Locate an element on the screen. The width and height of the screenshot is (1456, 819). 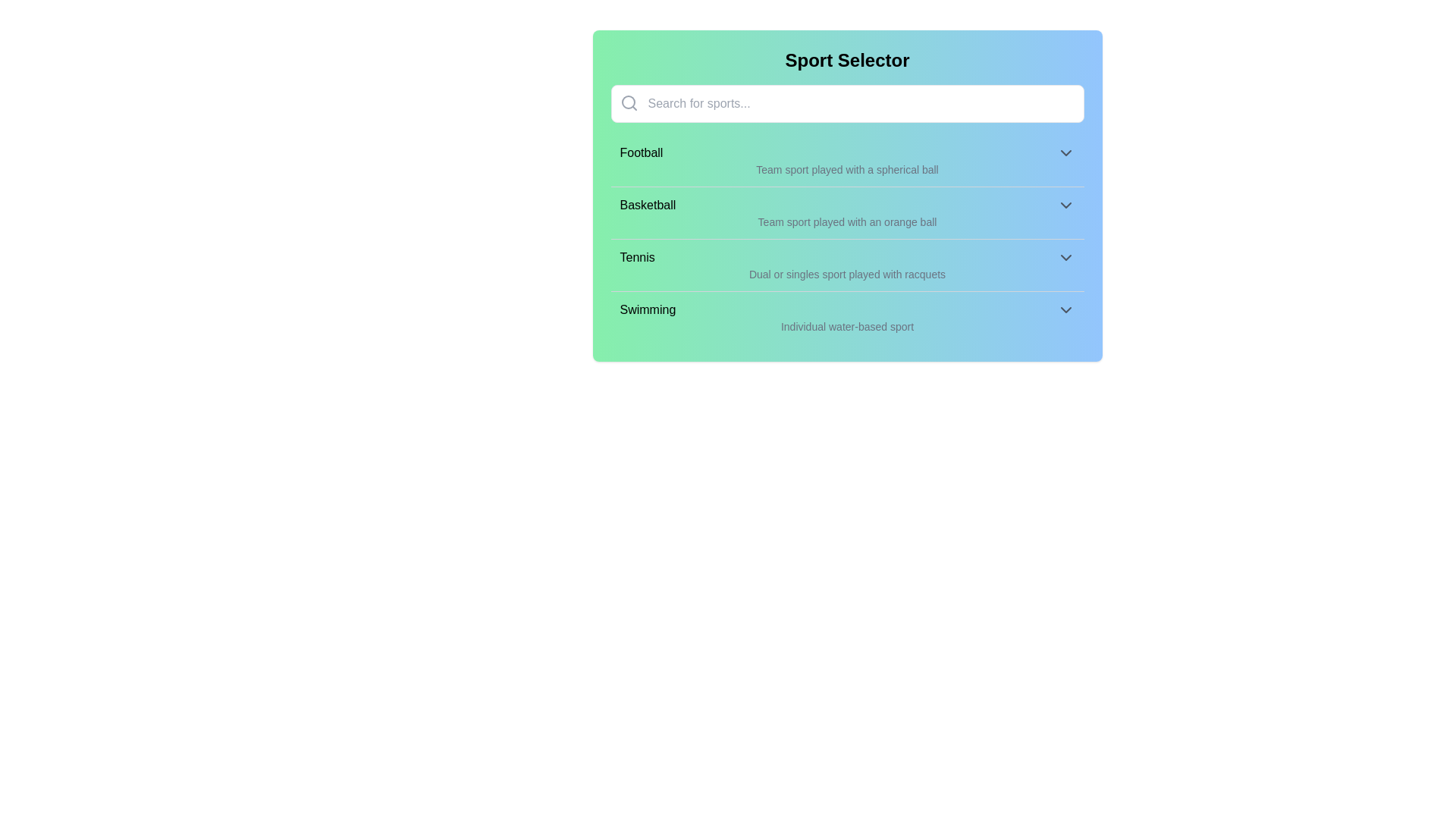
the search bar in the Dropdown menu is located at coordinates (846, 195).